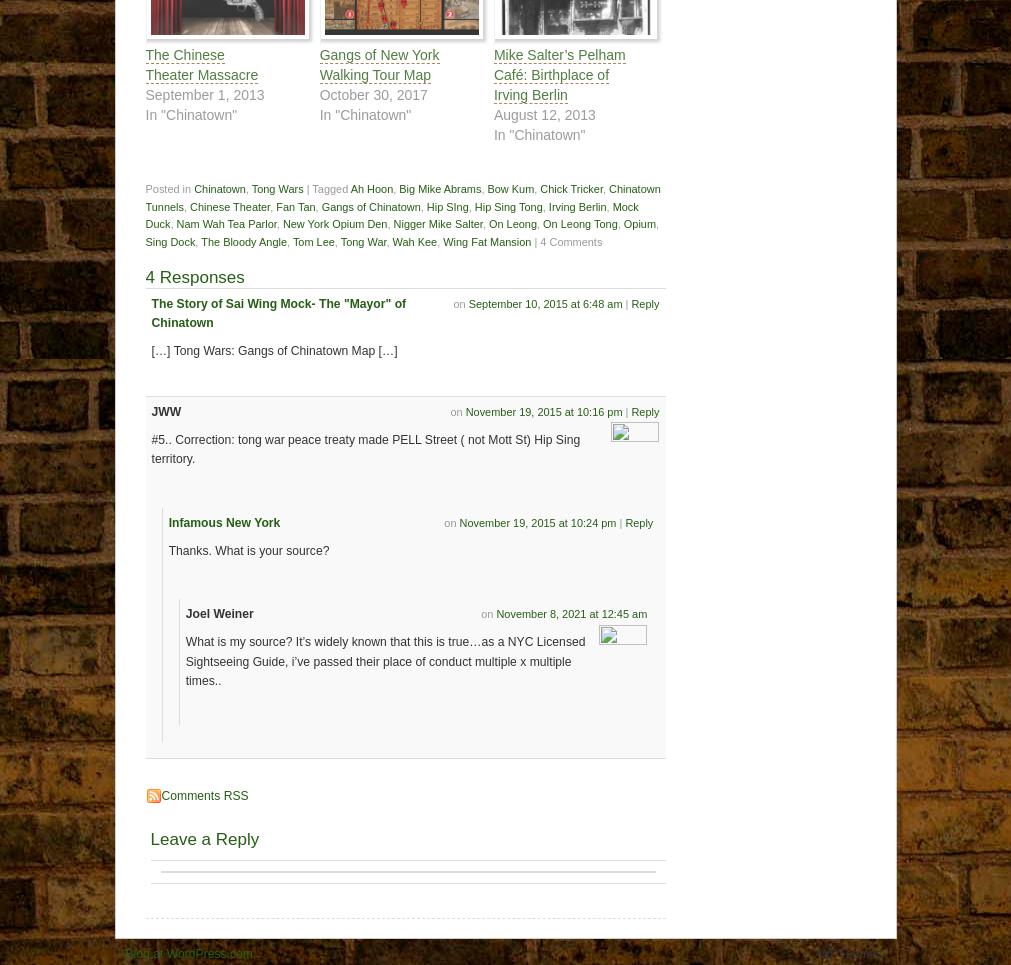  I want to click on 'On Leong', so click(512, 222).